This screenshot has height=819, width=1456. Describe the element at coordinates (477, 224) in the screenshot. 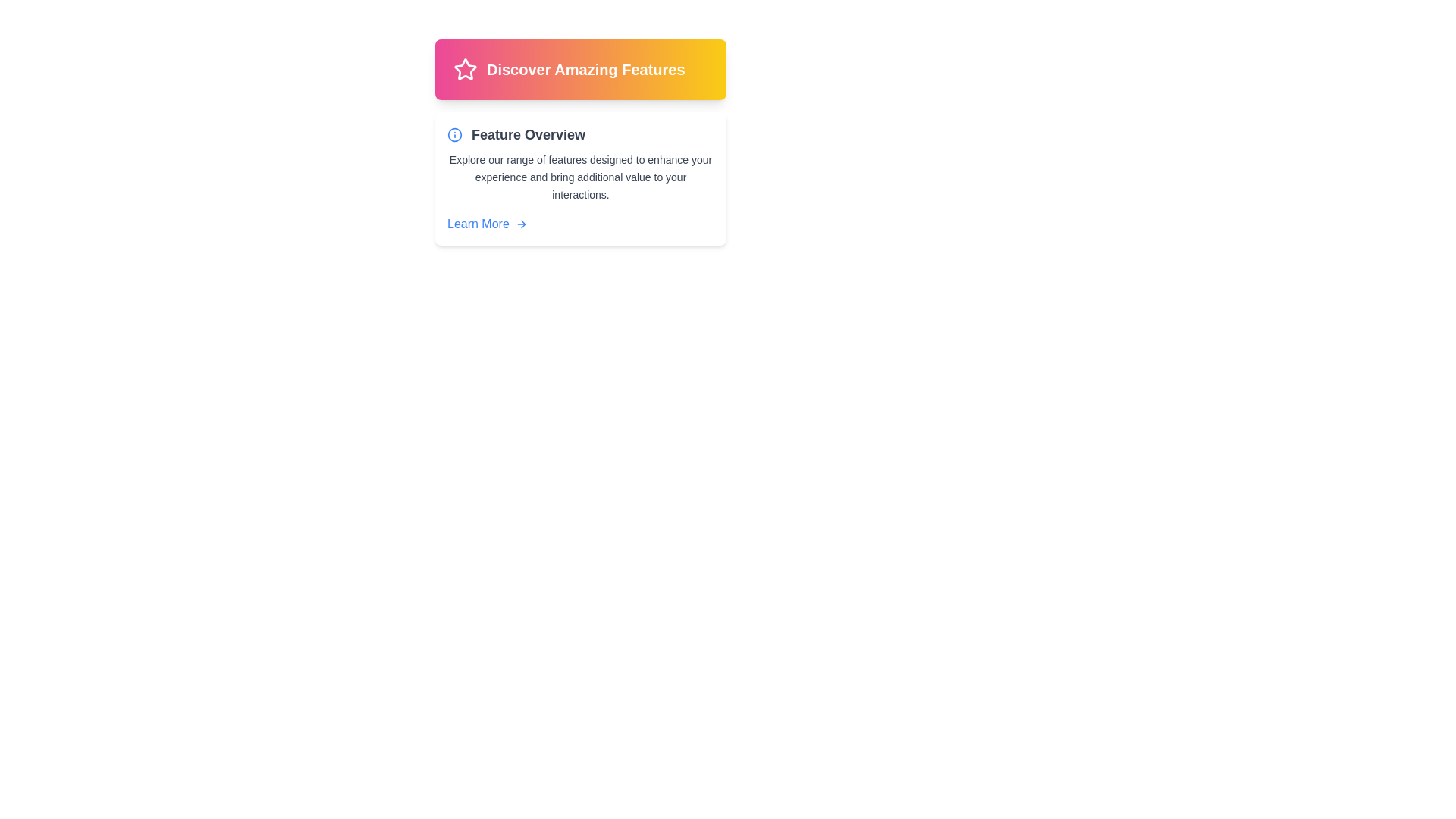

I see `the hyperlink text element located below the 'Feature Overview' heading` at that location.